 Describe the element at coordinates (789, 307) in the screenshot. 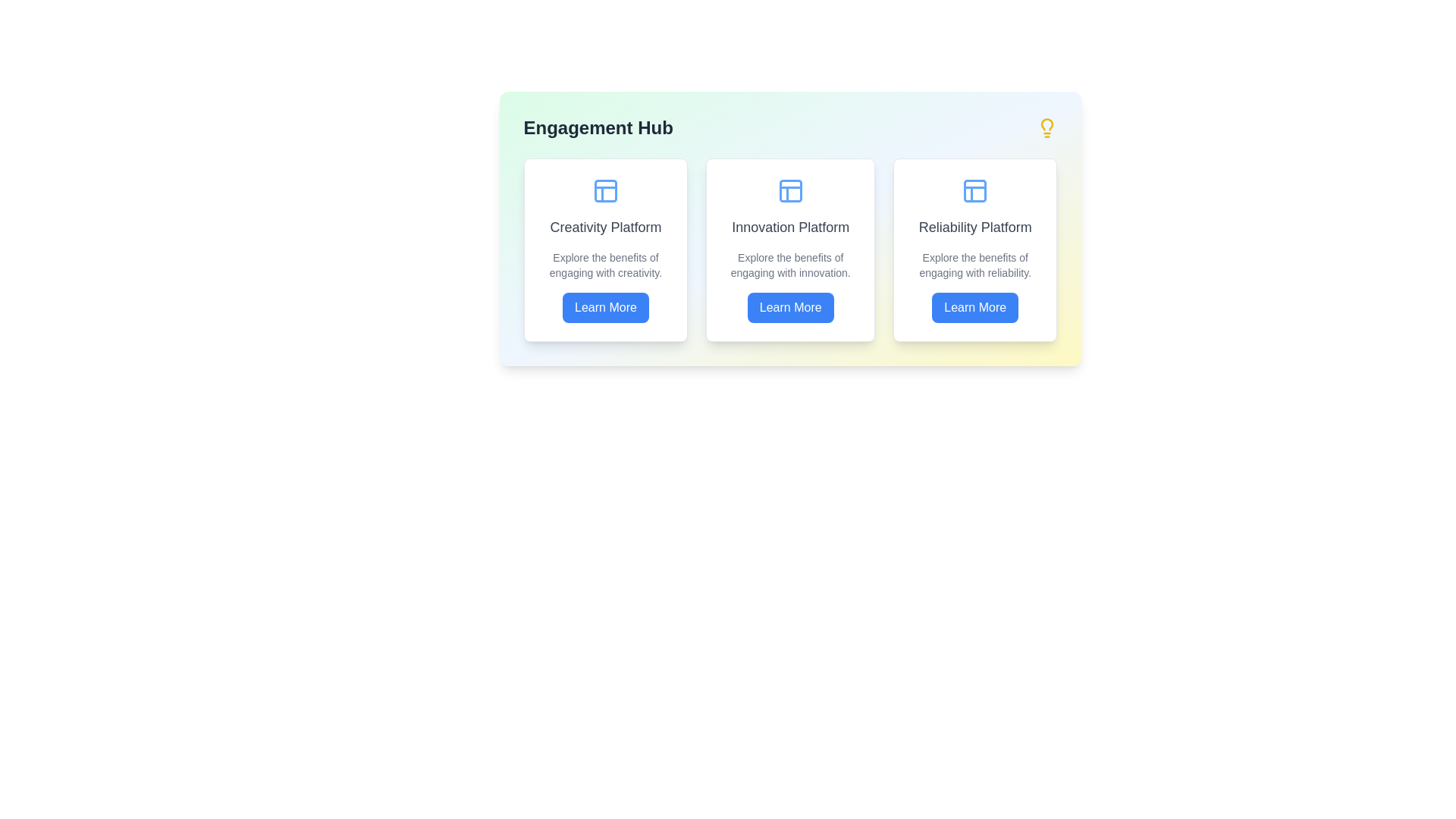

I see `the call-to-action button for the 'Innovation Platform' to change its visual state` at that location.